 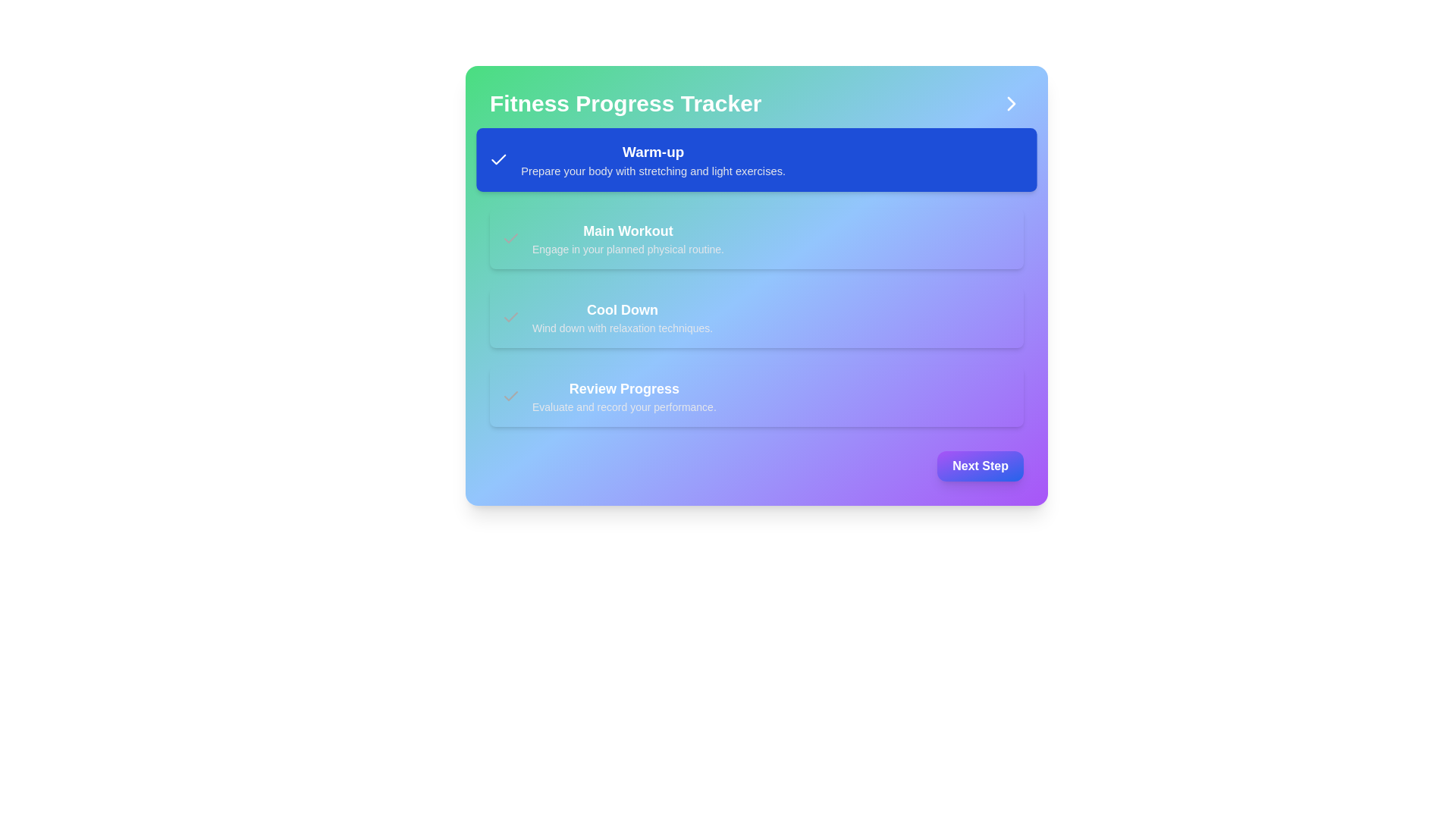 I want to click on the informational card that describes the progress tracking feature, positioned as the fourth item in a vertical list below the 'Cool Down' section, so click(x=757, y=396).